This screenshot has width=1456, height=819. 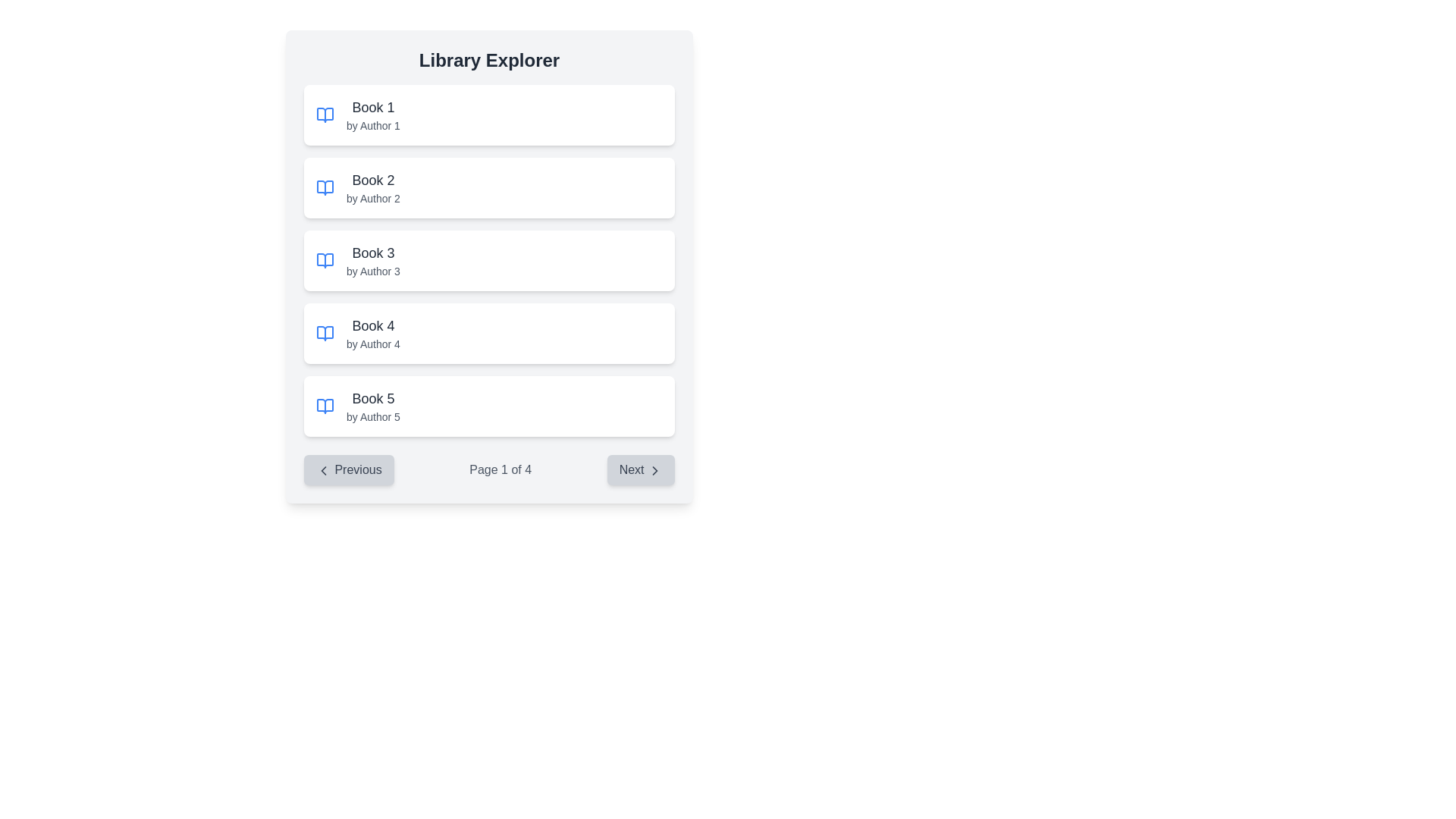 I want to click on the open book icon with a blue outline, which is part of the 'lucide' icon set, located at the beginning of the row for 'Book 5 by Author 5', so click(x=324, y=406).